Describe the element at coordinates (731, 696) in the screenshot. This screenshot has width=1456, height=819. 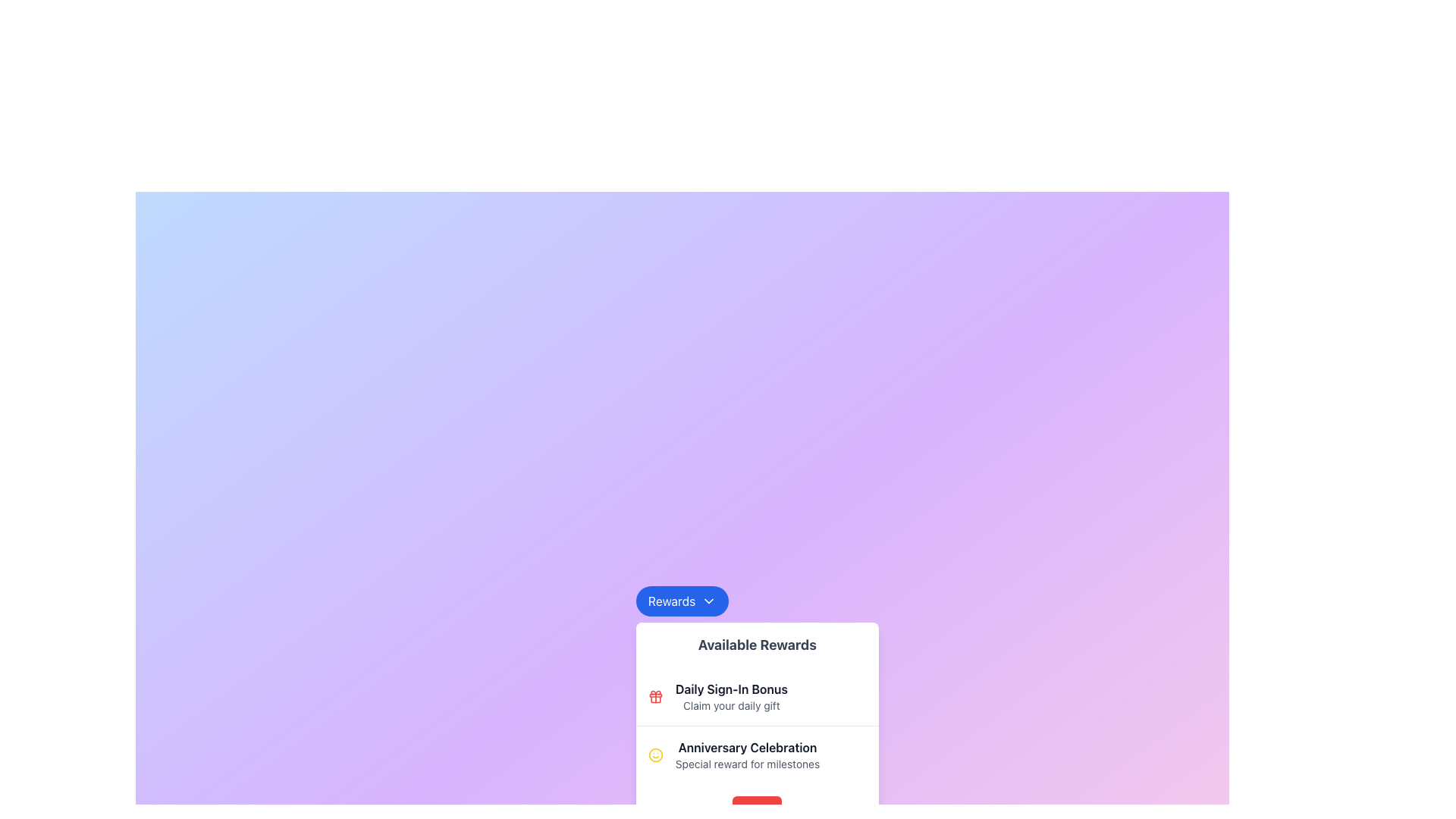
I see `the clickable text block describing the reward for daily sign-ins to claim or learn about the reward` at that location.